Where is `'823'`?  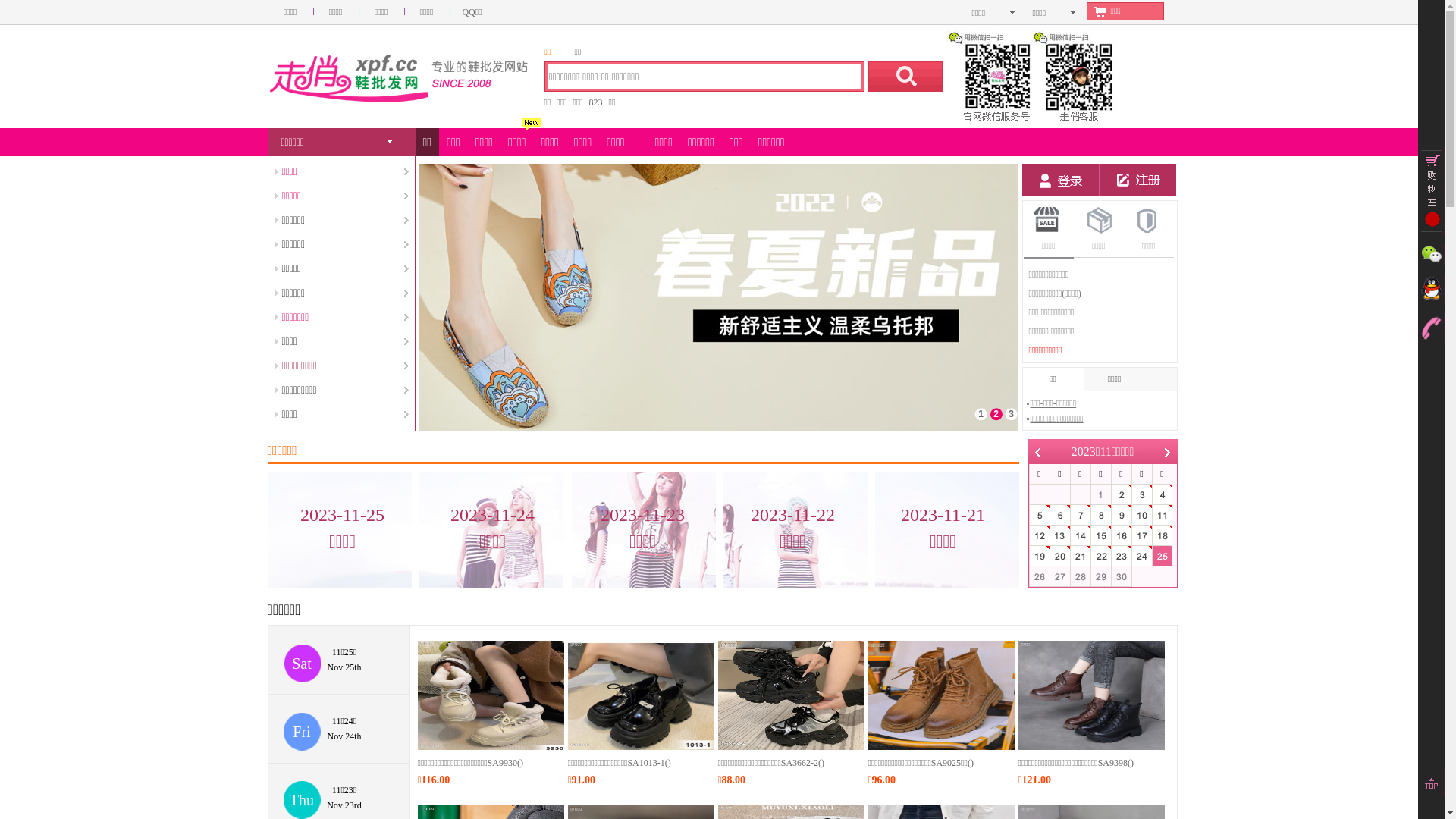
'823' is located at coordinates (595, 102).